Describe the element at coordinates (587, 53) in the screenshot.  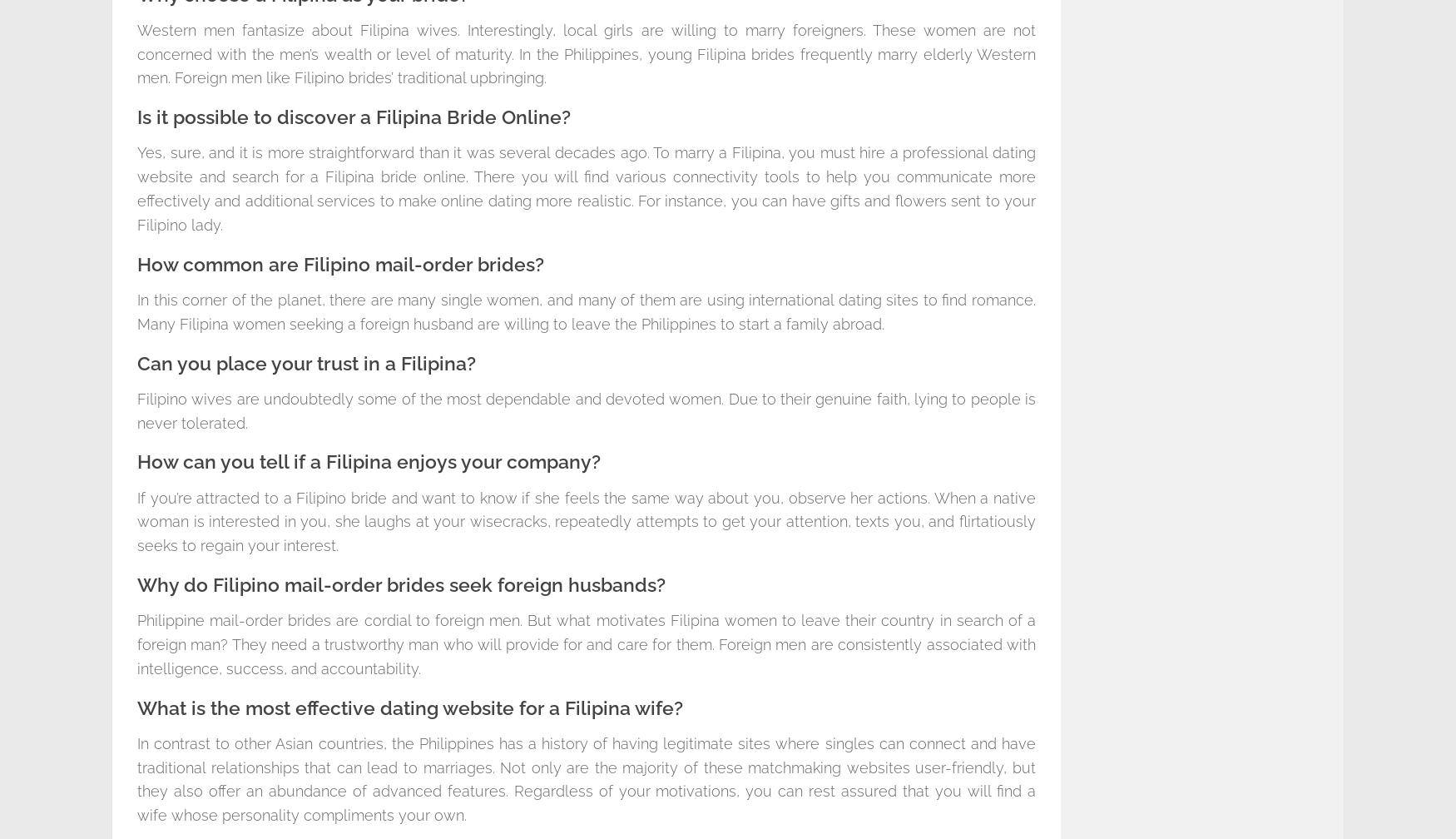
I see `'Western men fantasize about Filipina wives. Interestingly, local girls are willing to marry foreigners. These women are not concerned with the men’s wealth or level of maturity. In the Philippines, young Filipina brides frequently marry elderly Western men. Foreign men like Filipino brides’ traditional upbringing.'` at that location.